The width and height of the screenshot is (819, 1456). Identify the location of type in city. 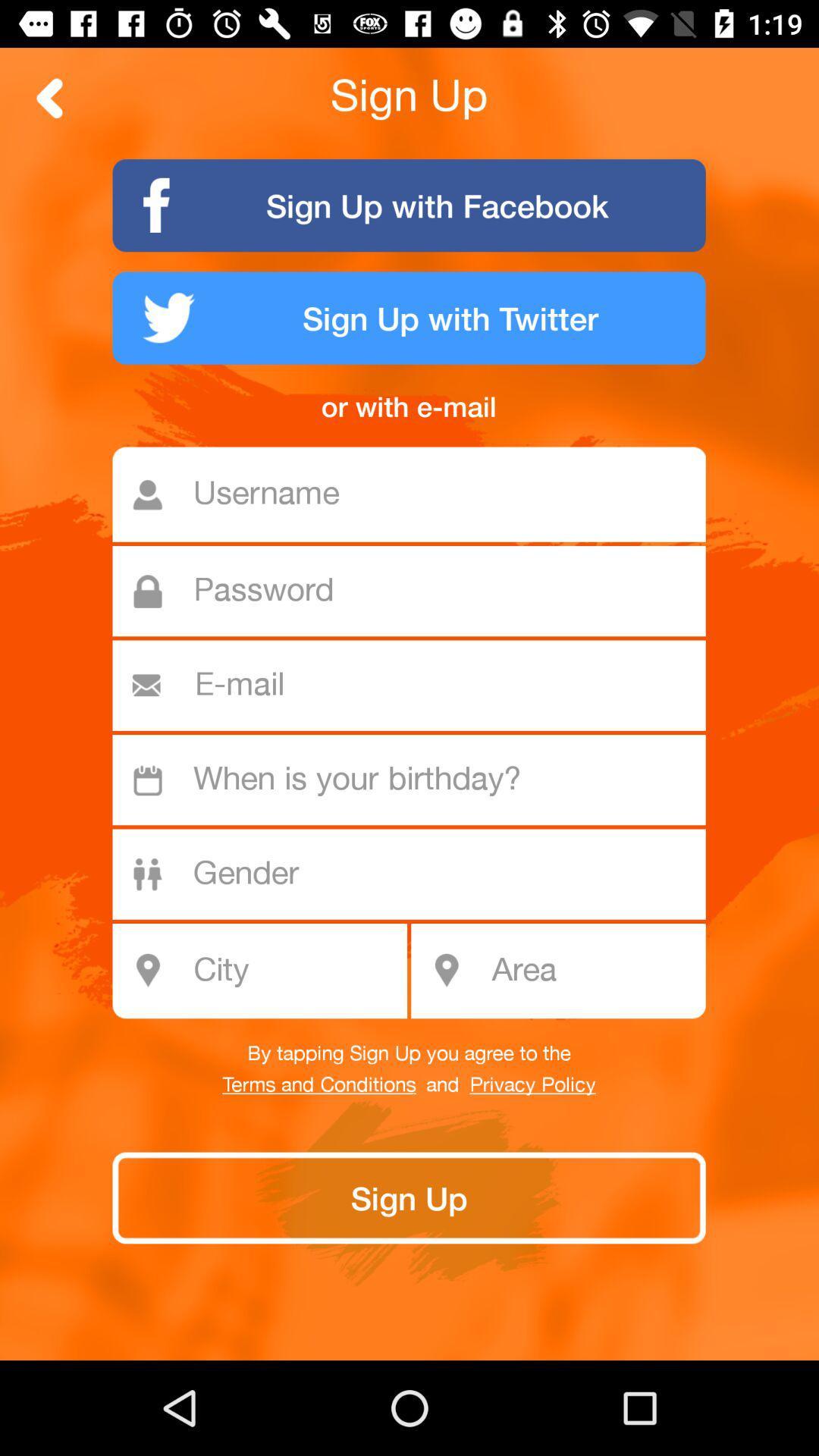
(268, 971).